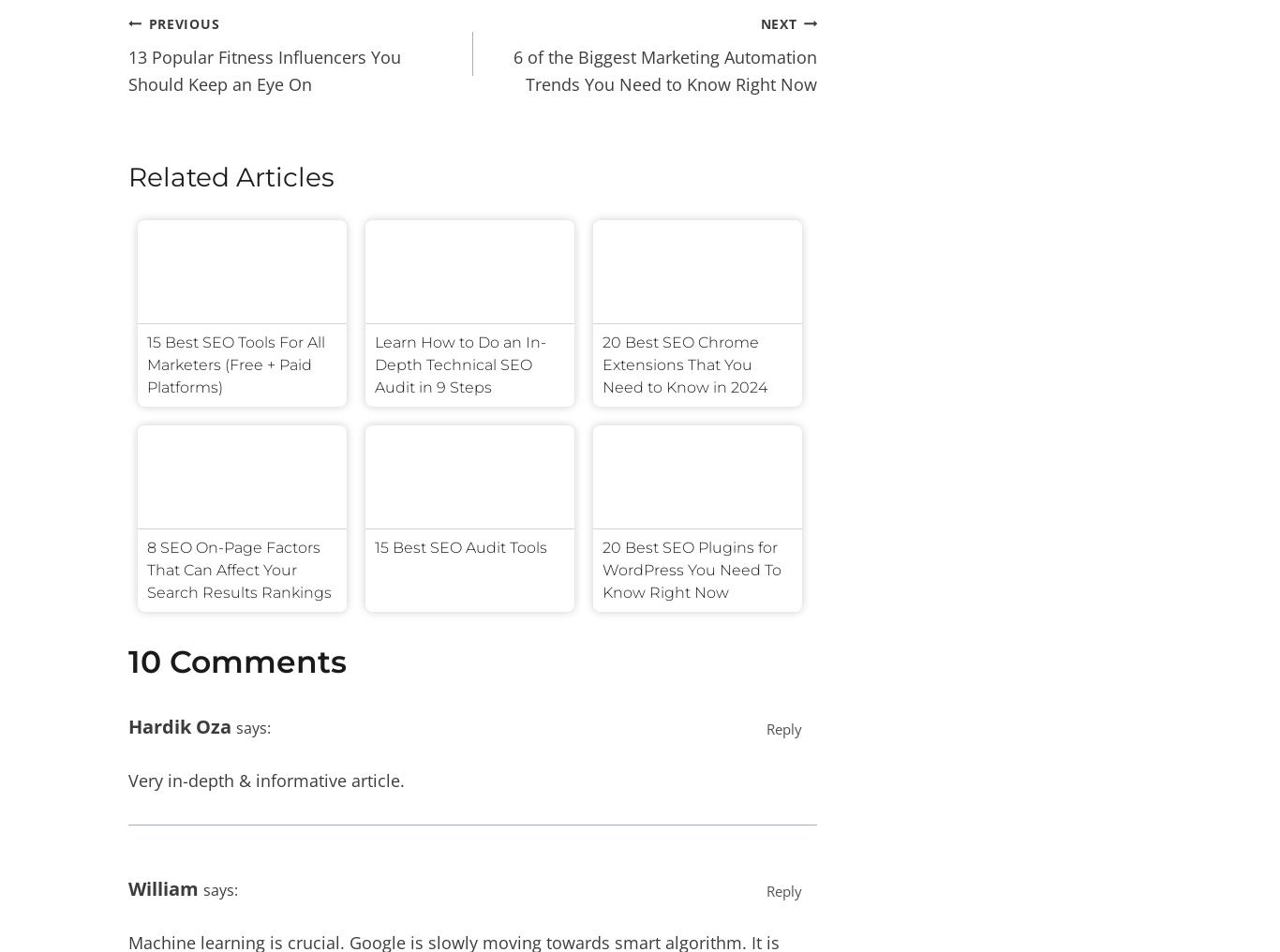 The width and height of the screenshot is (1280, 952). Describe the element at coordinates (231, 175) in the screenshot. I see `'Related Articles'` at that location.